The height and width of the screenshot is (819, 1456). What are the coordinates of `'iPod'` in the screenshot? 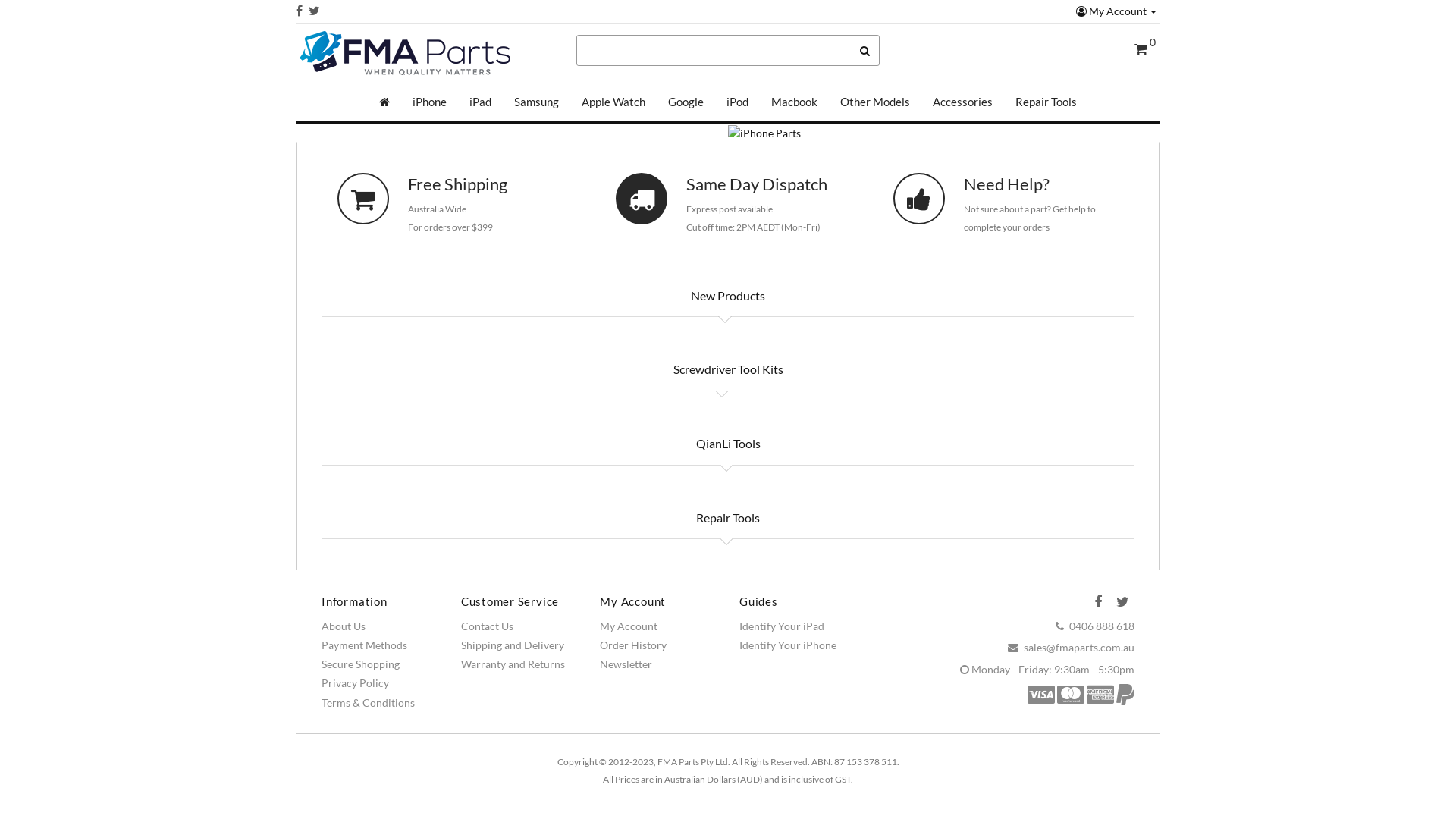 It's located at (737, 102).